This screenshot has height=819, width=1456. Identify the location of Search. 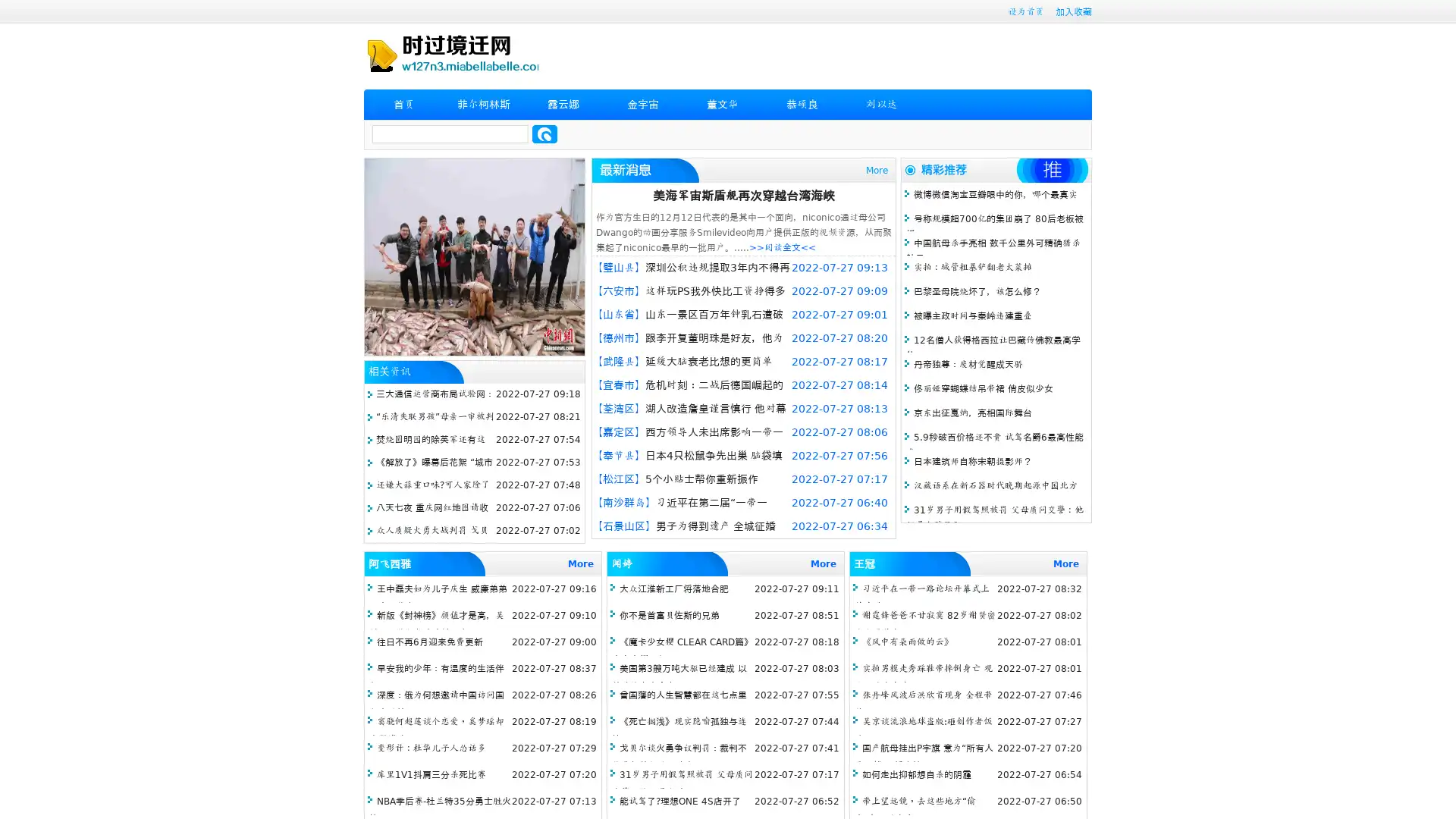
(544, 133).